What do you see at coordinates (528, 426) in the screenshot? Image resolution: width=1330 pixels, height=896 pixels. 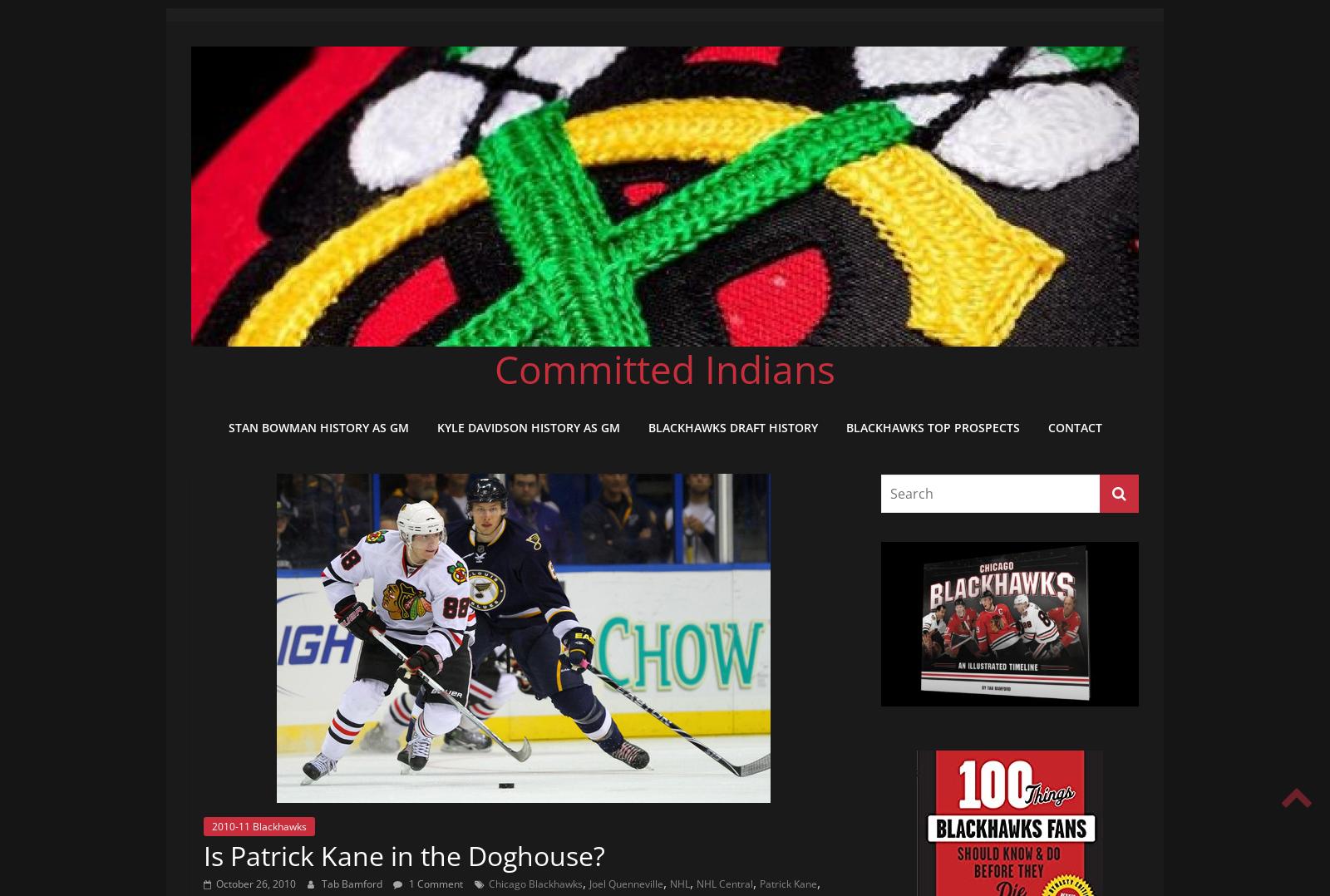 I see `'Kyle Davidson History as GM'` at bounding box center [528, 426].